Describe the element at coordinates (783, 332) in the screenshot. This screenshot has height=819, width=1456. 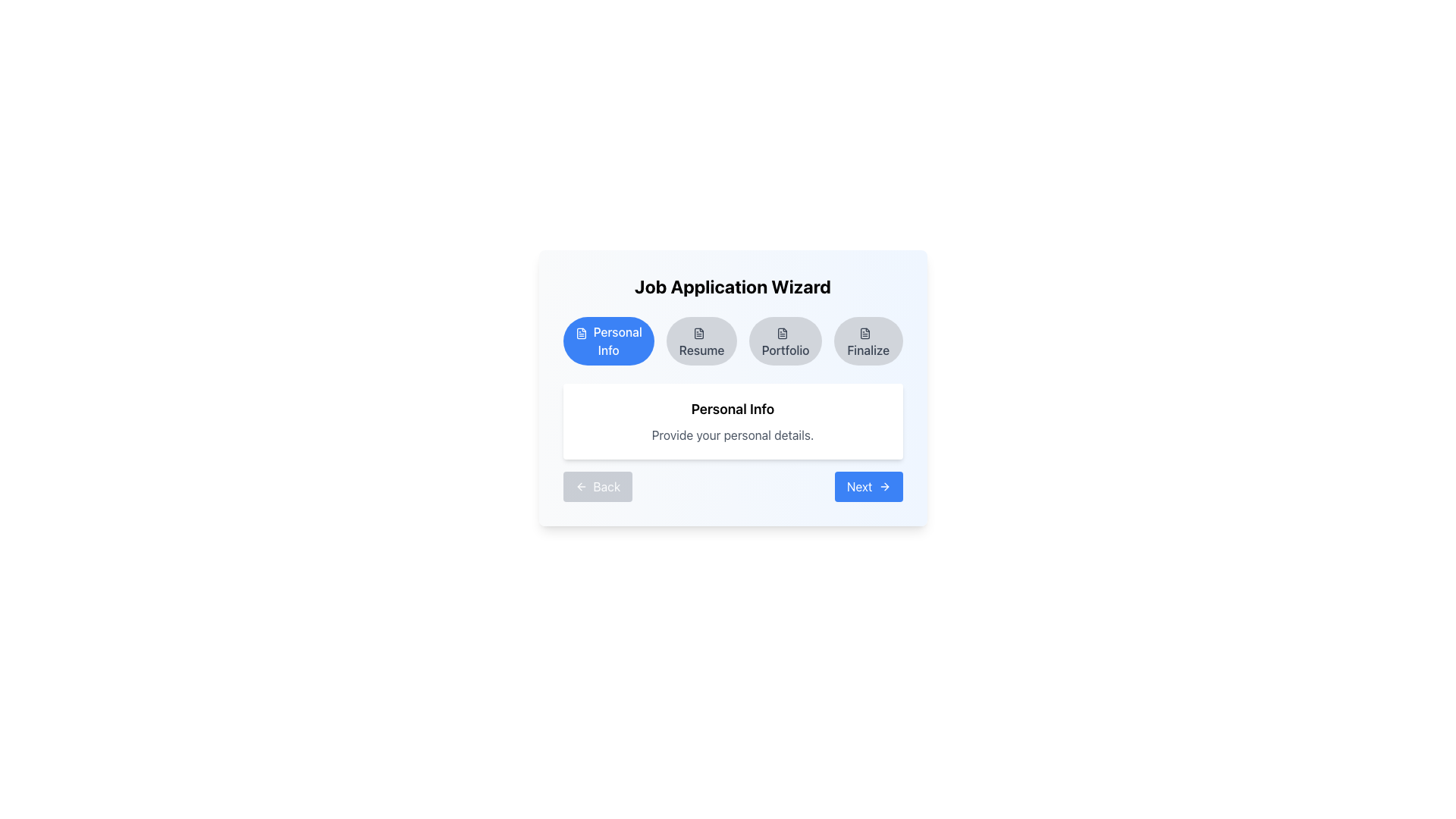
I see `the 'Portfolio' icon within the Job Application Wizard progress indicator for visual cues` at that location.